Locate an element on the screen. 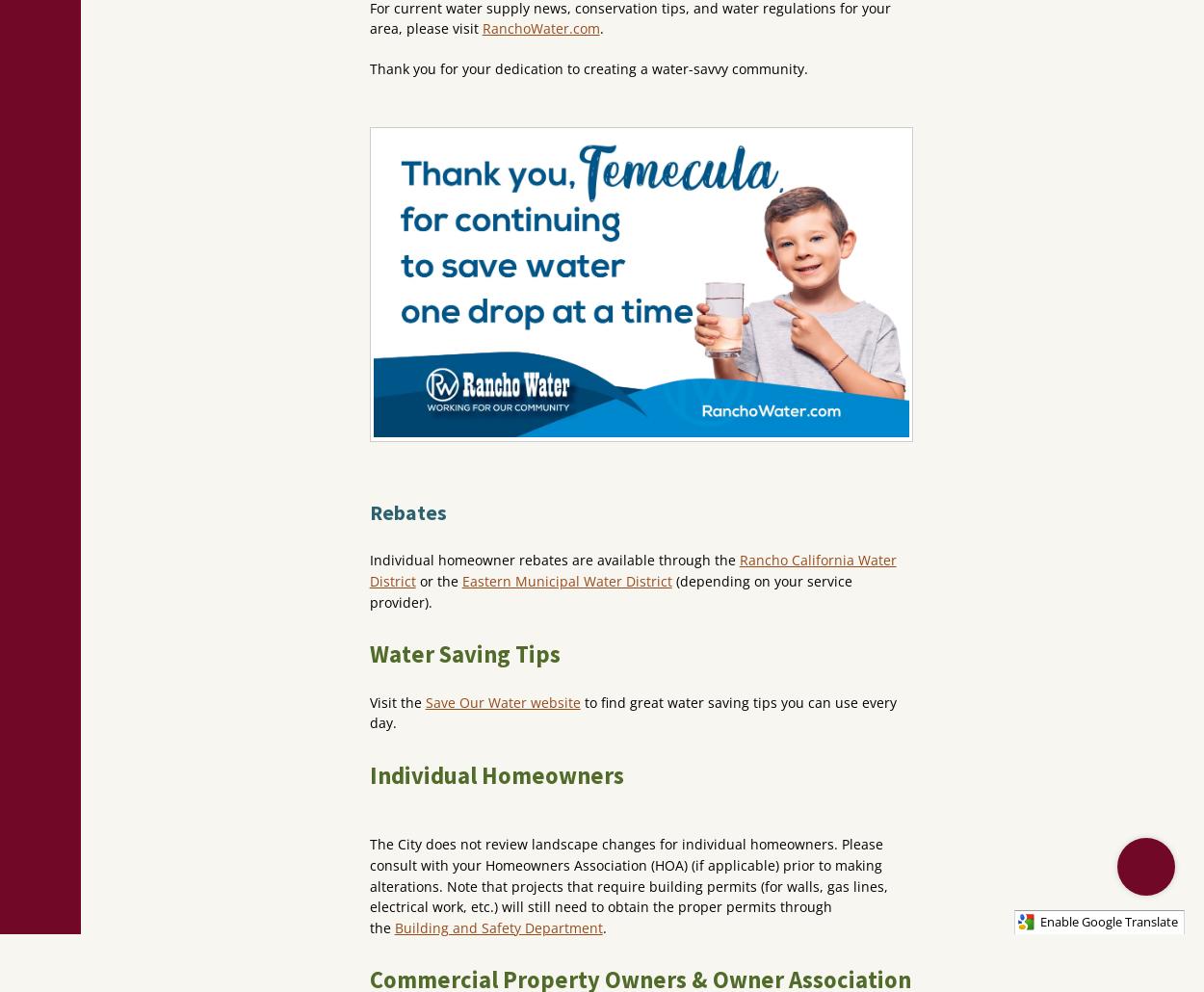 The image size is (1204, 992). 'Save Our Water website' is located at coordinates (502, 701).